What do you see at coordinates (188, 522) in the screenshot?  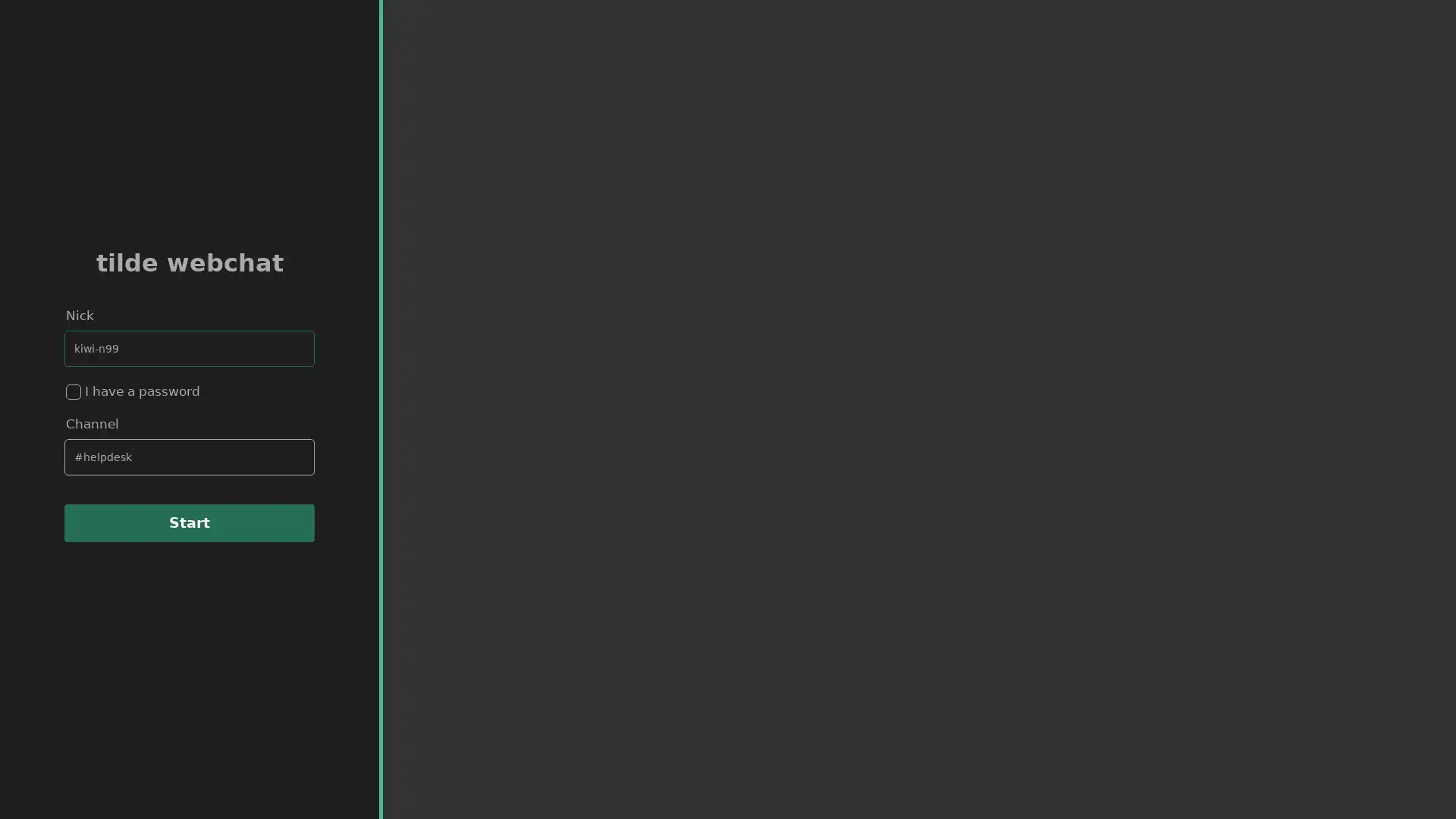 I see `Start` at bounding box center [188, 522].